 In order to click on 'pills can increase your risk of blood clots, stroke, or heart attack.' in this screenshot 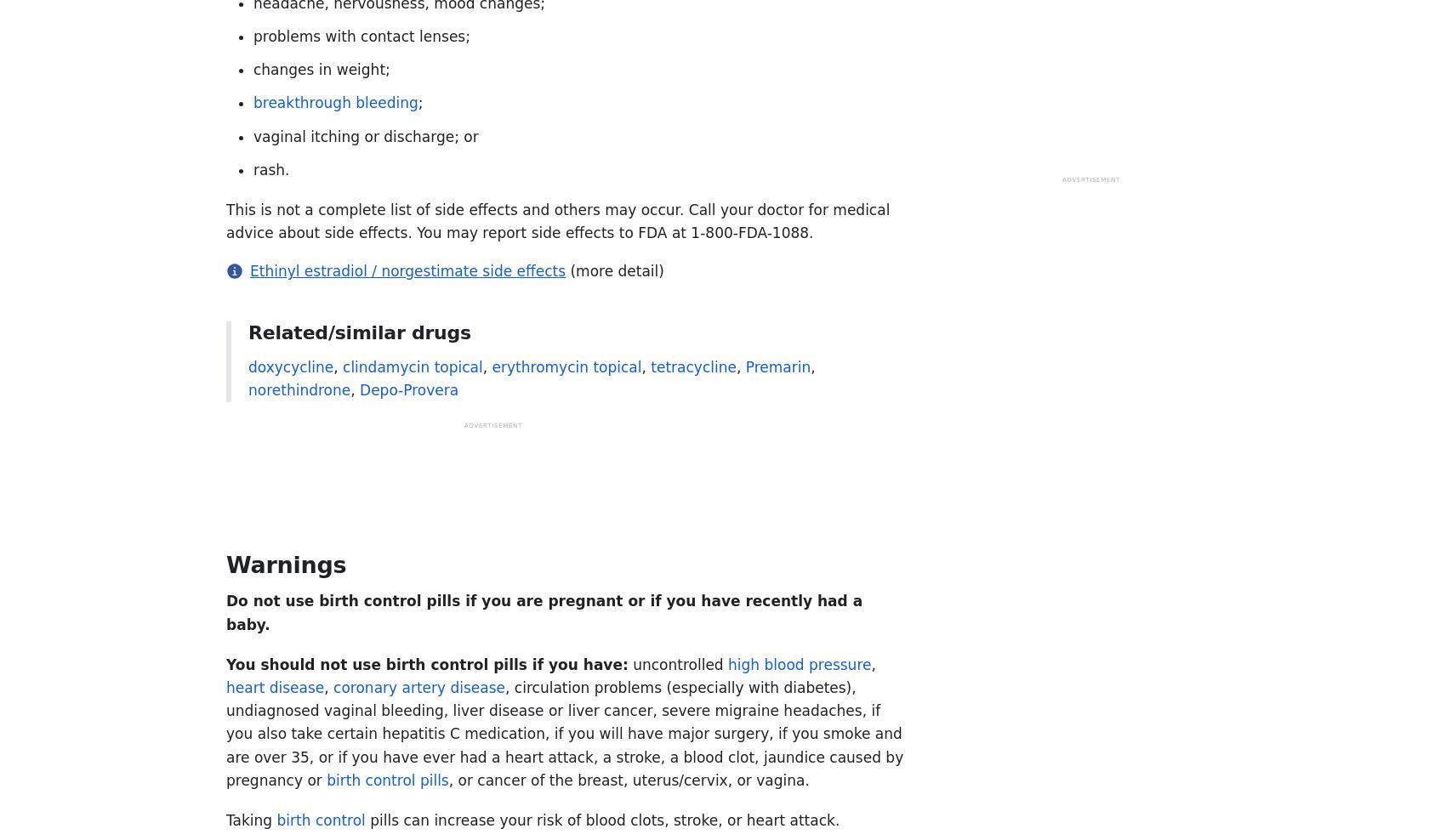, I will do `click(365, 819)`.